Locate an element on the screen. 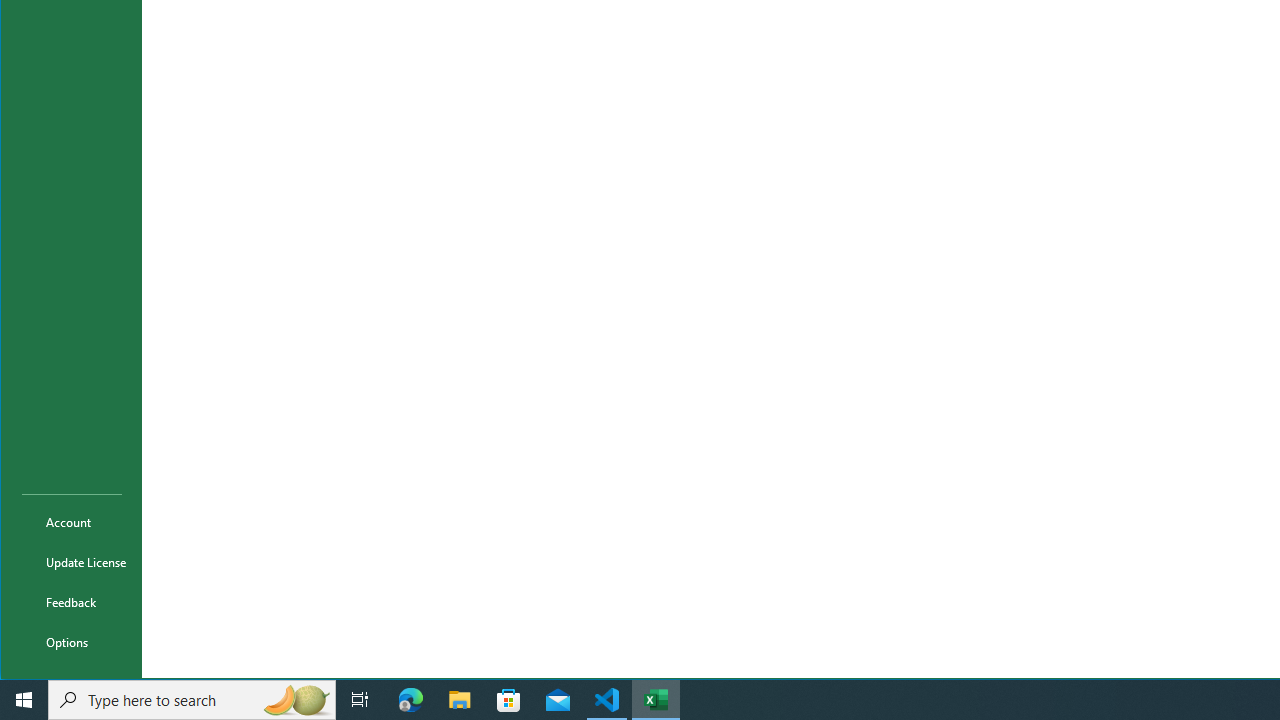 Image resolution: width=1280 pixels, height=720 pixels. 'Microsoft Edge' is located at coordinates (410, 698).